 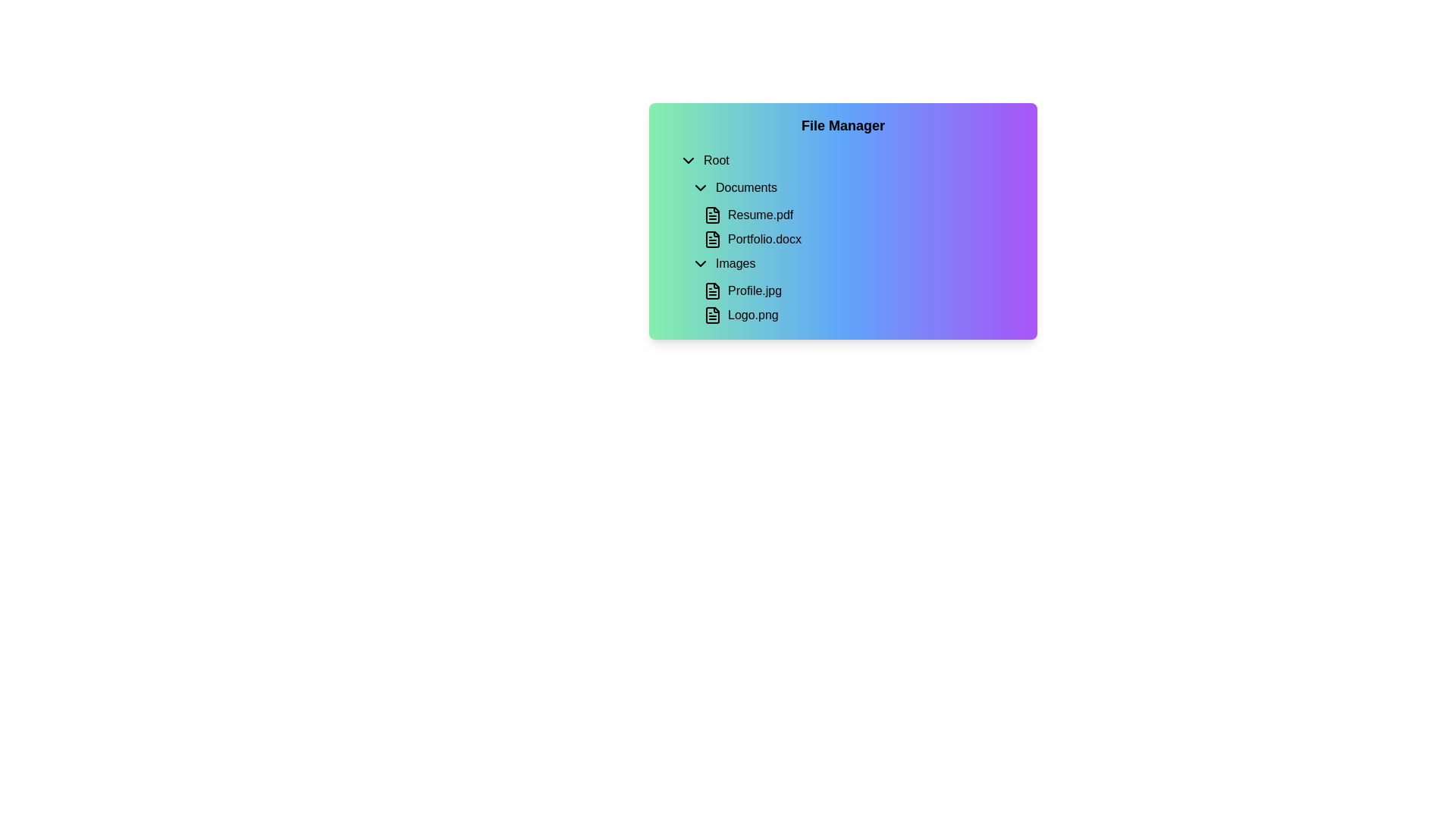 What do you see at coordinates (736, 262) in the screenshot?
I see `the 'Images' text label in the file manager interface` at bounding box center [736, 262].